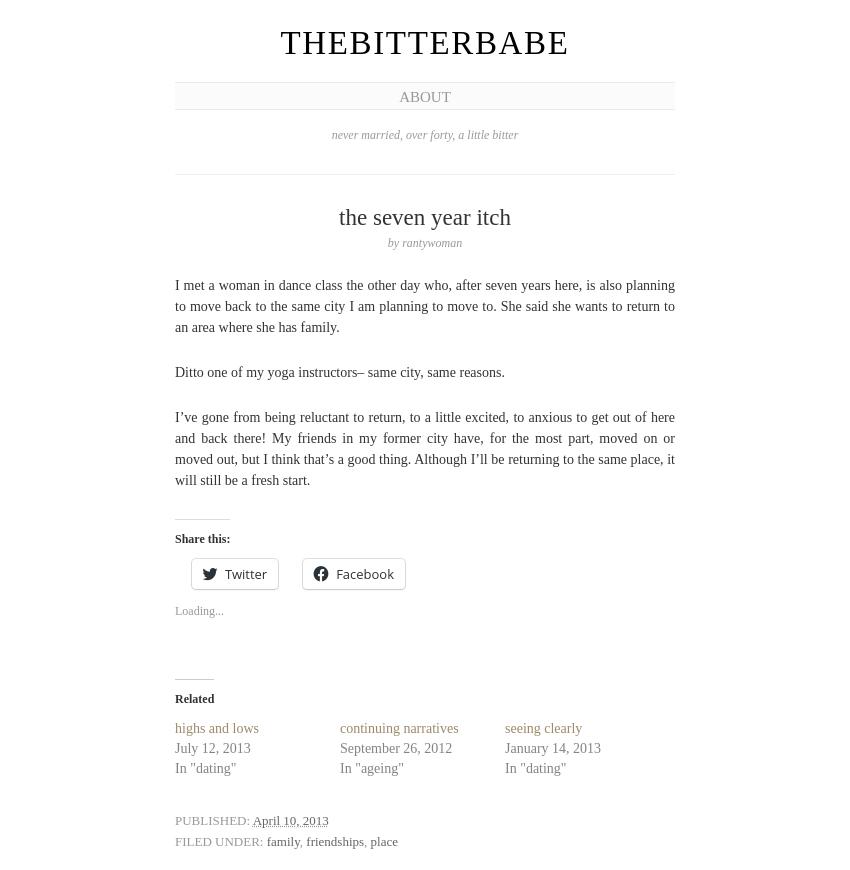  I want to click on 'Related', so click(193, 698).